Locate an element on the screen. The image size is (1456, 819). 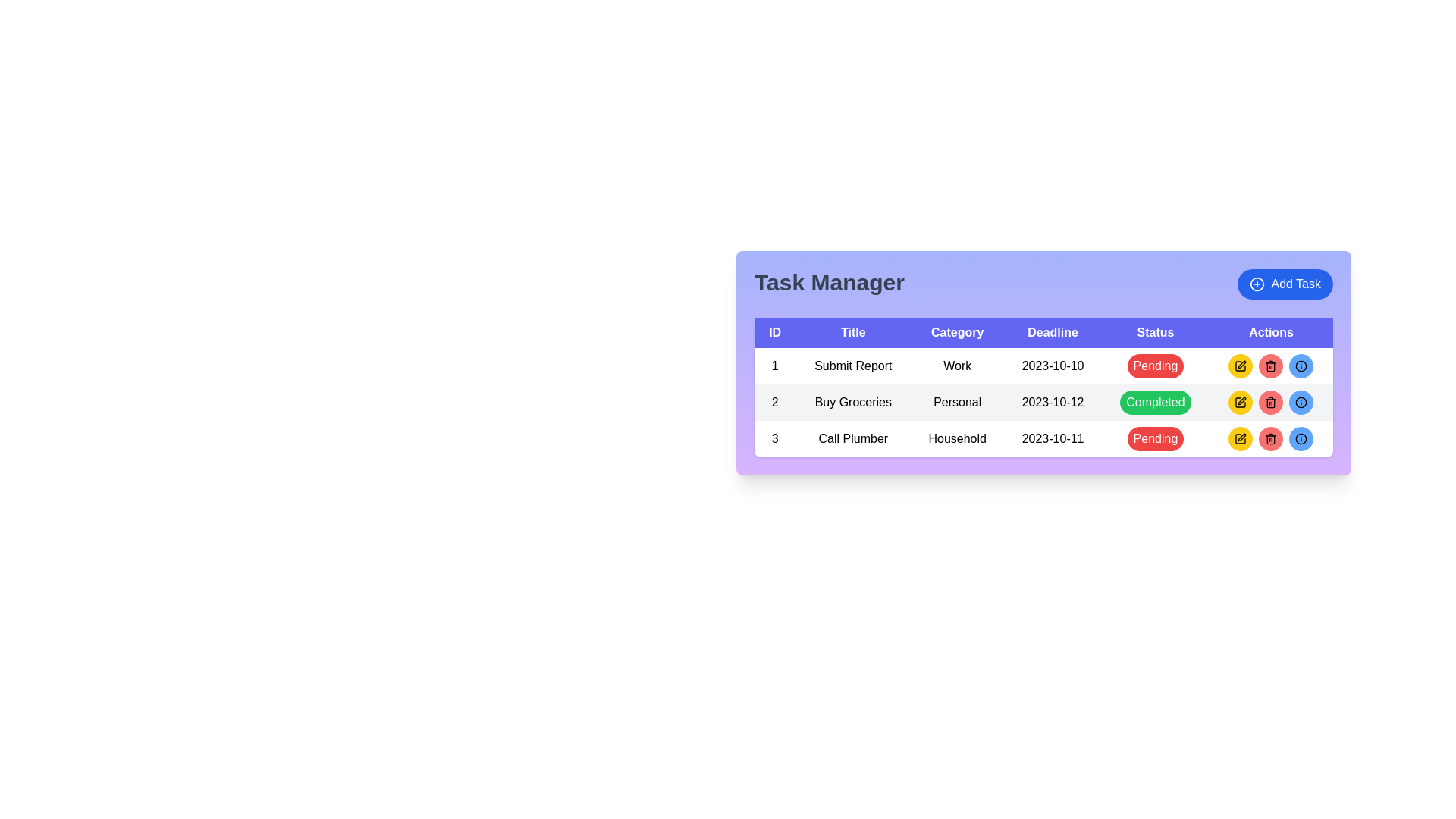
the green button labeled 'Completed' located in the 'Status' column of the second row in the 'Task Manager' table, which corresponds to the task titled 'Buy Groceries' is located at coordinates (1154, 402).